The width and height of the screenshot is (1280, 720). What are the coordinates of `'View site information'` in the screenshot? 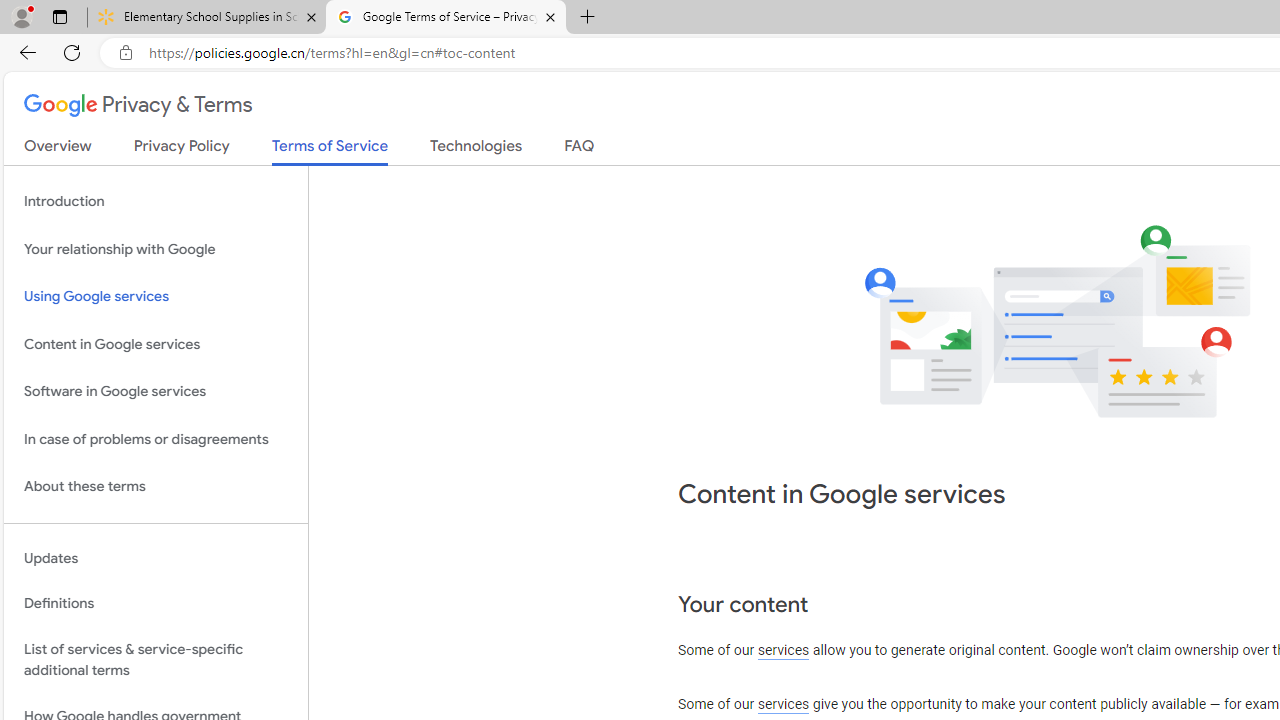 It's located at (125, 52).